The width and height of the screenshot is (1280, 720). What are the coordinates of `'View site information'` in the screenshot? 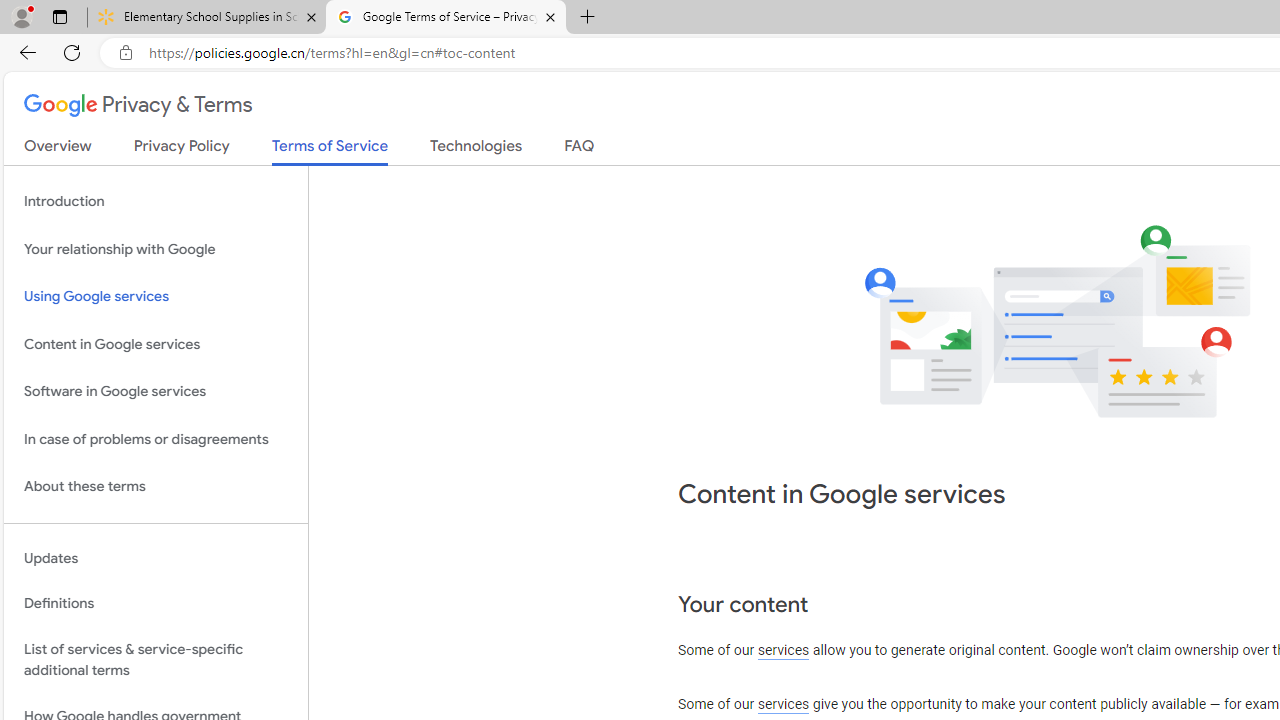 It's located at (125, 52).